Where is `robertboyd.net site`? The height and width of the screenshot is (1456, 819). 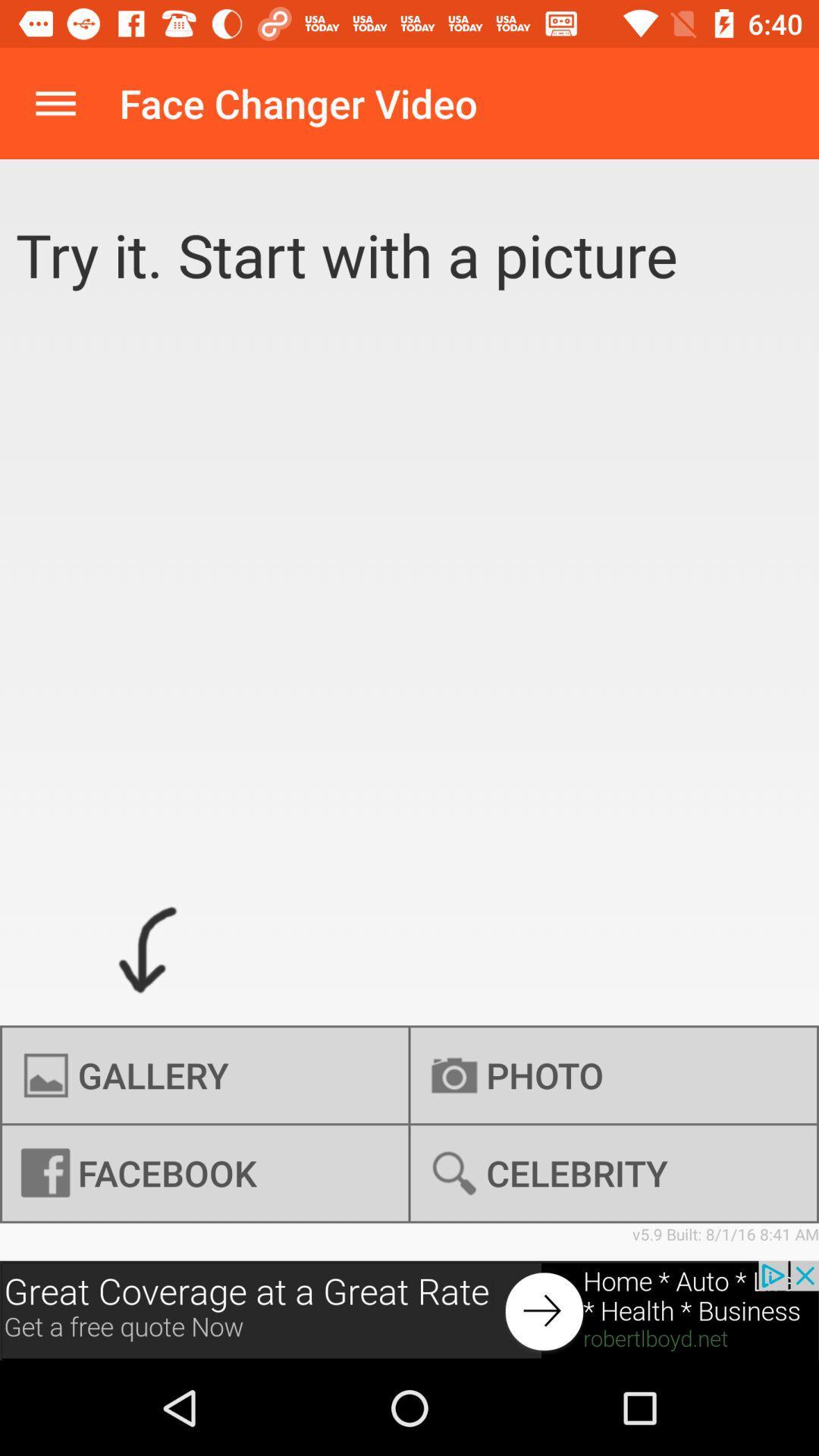
robertboyd.net site is located at coordinates (409, 1310).